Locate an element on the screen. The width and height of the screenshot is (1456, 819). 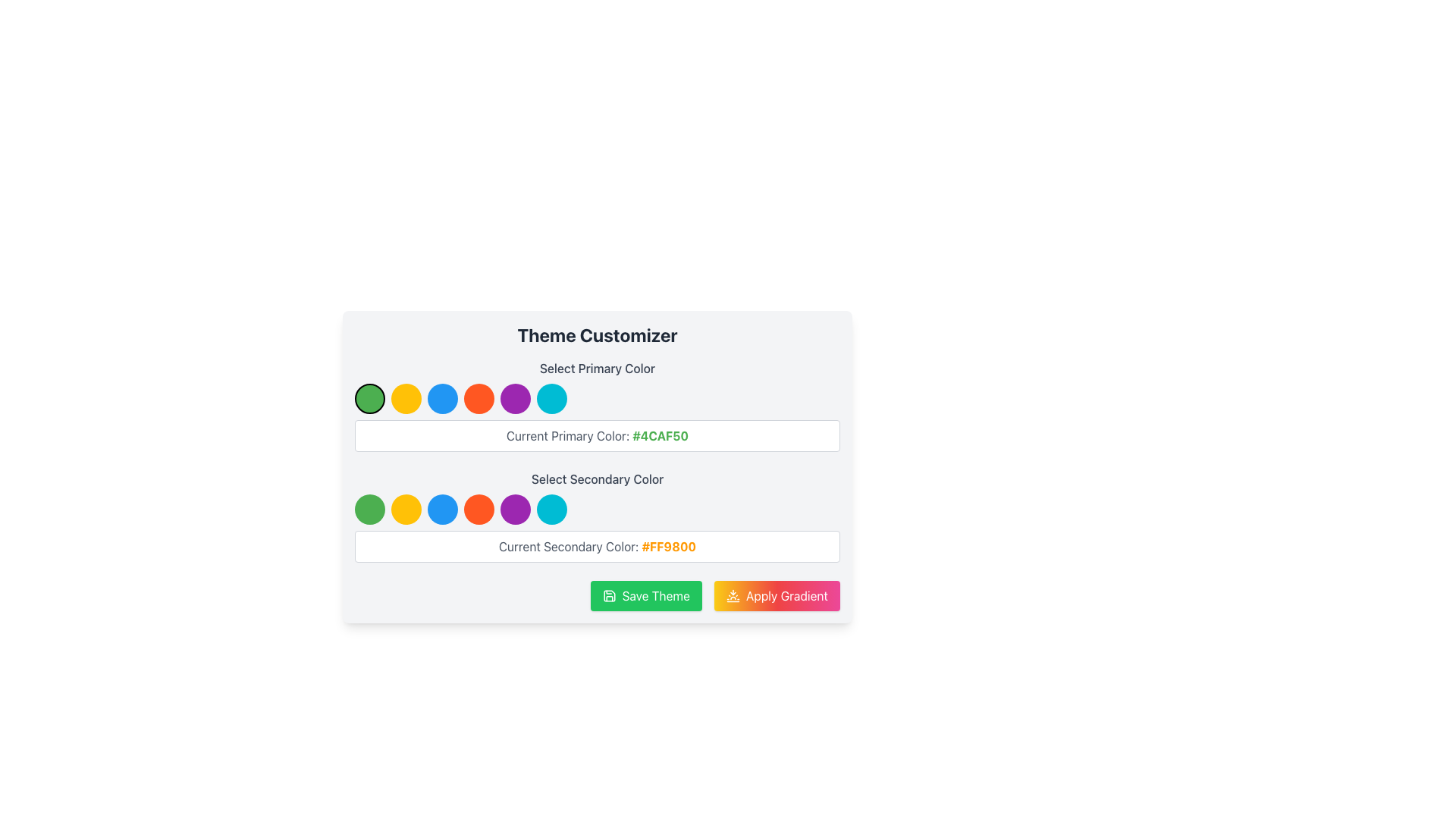
displayed current secondary color value in the Color selection panel located below the 'Select Primary Color' section in the 'Theme Customizer' is located at coordinates (596, 516).